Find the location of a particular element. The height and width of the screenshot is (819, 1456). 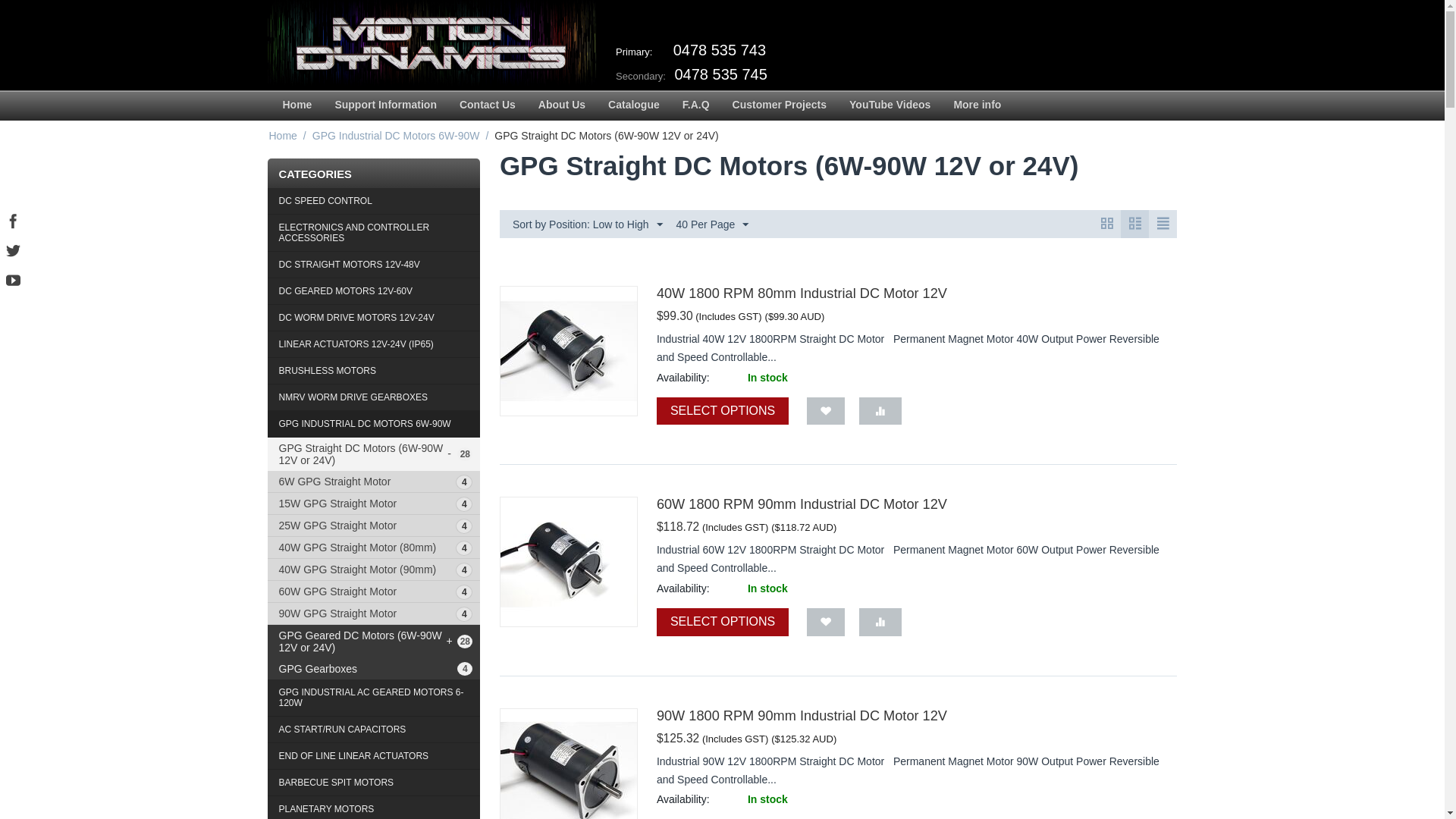

'DC GEARED MOTORS 12V-60V' is located at coordinates (373, 291).